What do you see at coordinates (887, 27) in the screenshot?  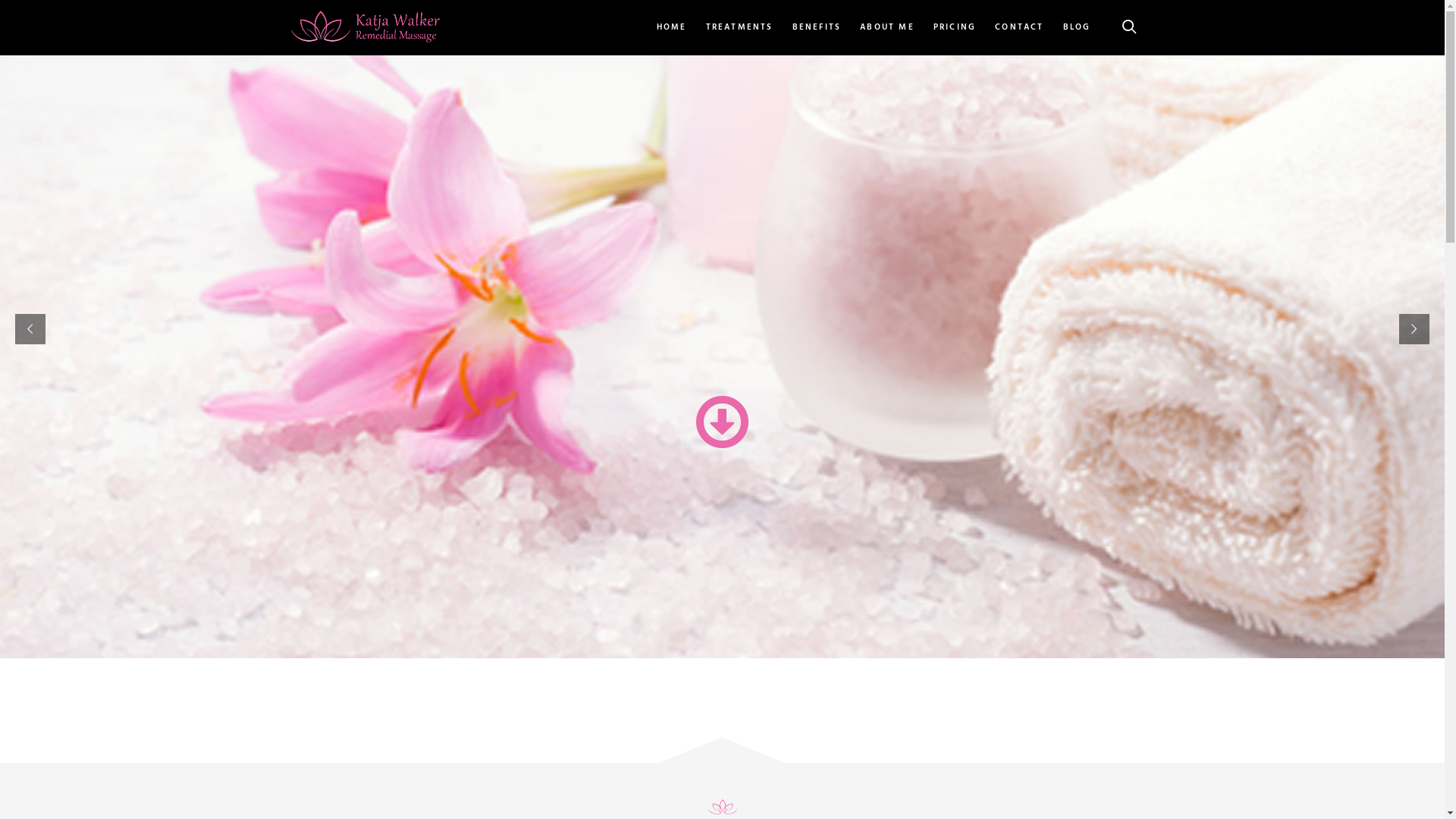 I see `'ABOUT ME'` at bounding box center [887, 27].